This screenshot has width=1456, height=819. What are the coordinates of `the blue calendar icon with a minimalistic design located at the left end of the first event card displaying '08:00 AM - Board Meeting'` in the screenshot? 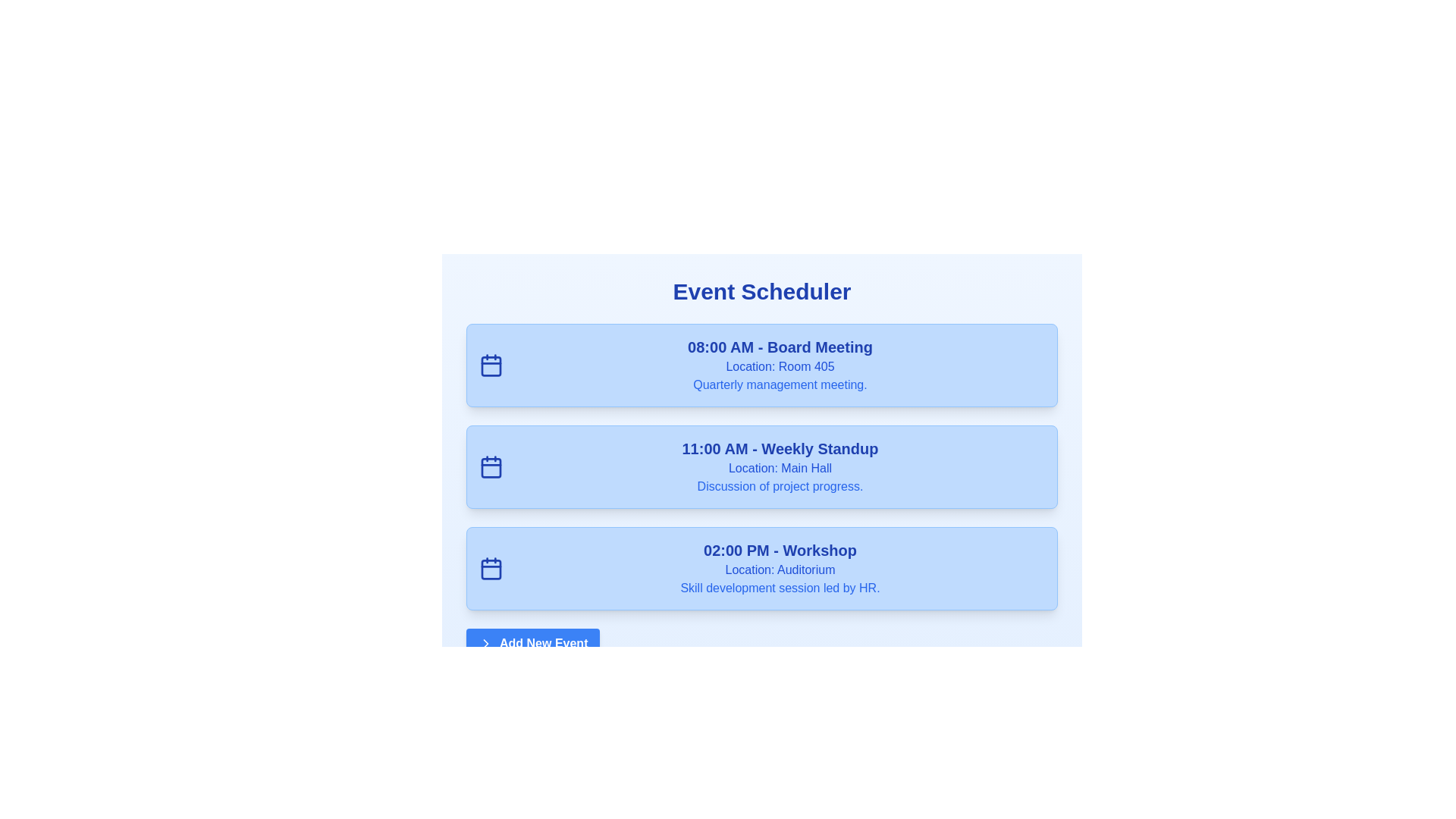 It's located at (491, 366).